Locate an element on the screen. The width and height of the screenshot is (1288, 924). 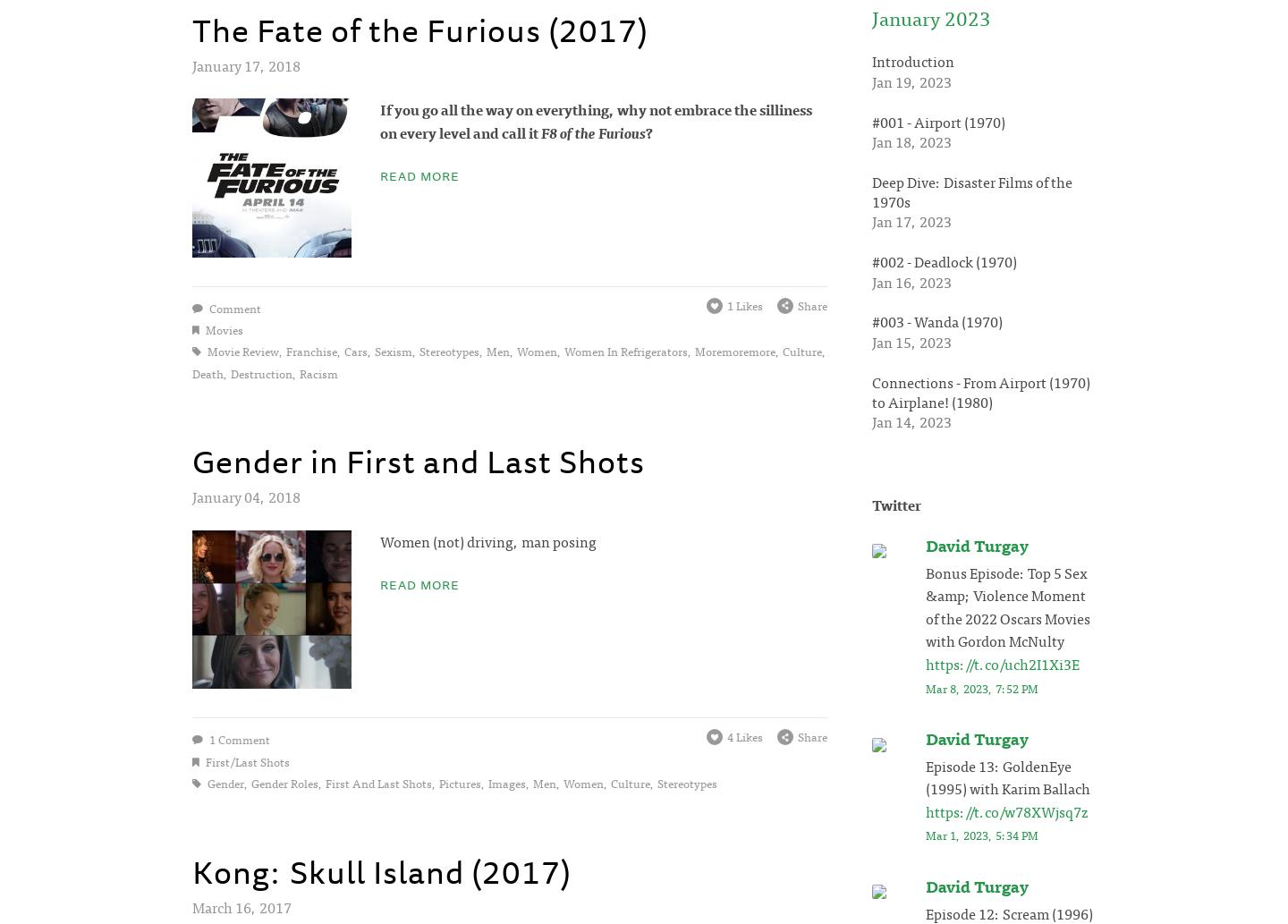
'movie review' is located at coordinates (241, 351).